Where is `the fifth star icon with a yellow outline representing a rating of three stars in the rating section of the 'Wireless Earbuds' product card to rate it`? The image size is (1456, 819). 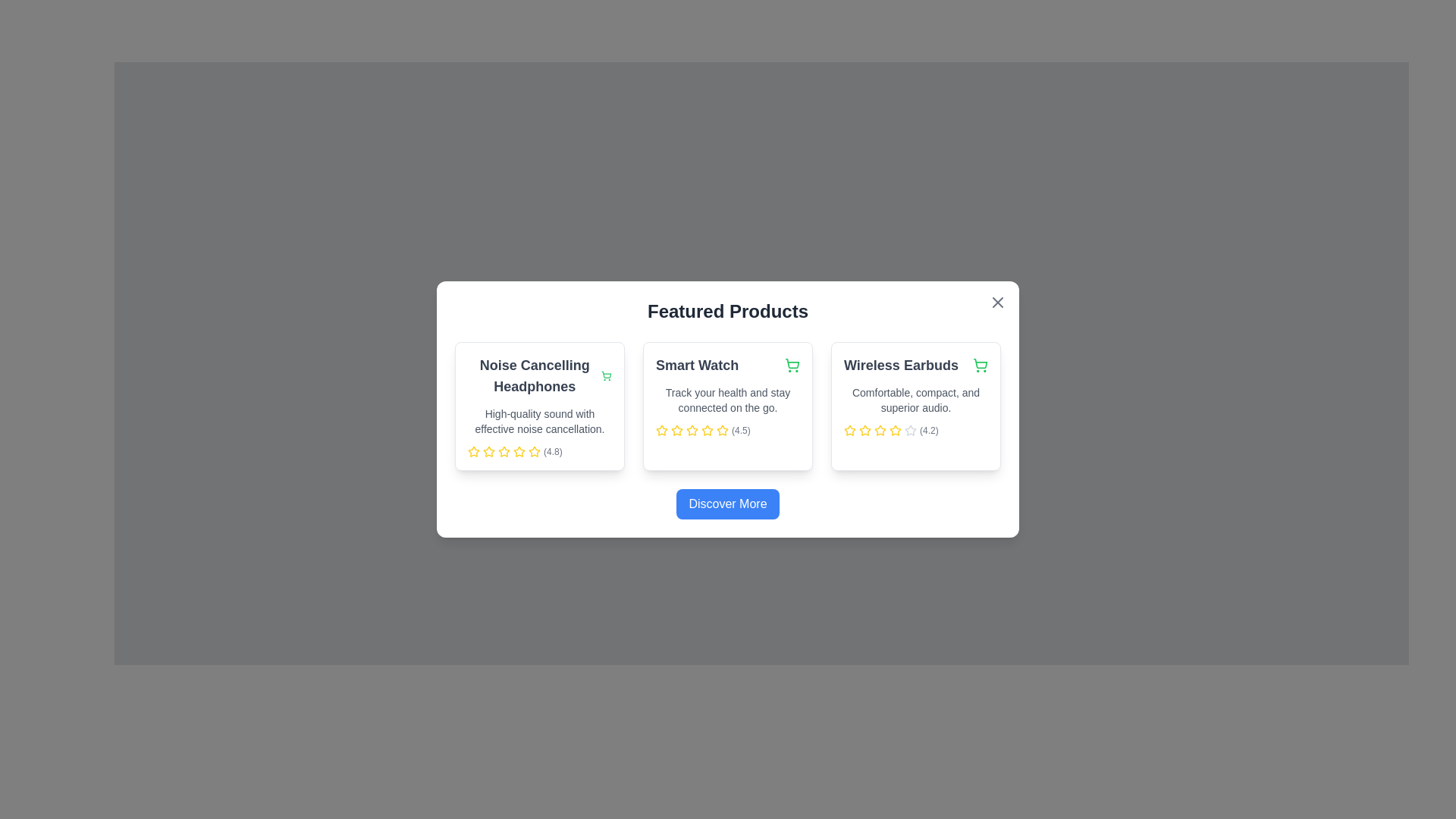
the fifth star icon with a yellow outline representing a rating of three stars in the rating section of the 'Wireless Earbuds' product card to rate it is located at coordinates (880, 430).